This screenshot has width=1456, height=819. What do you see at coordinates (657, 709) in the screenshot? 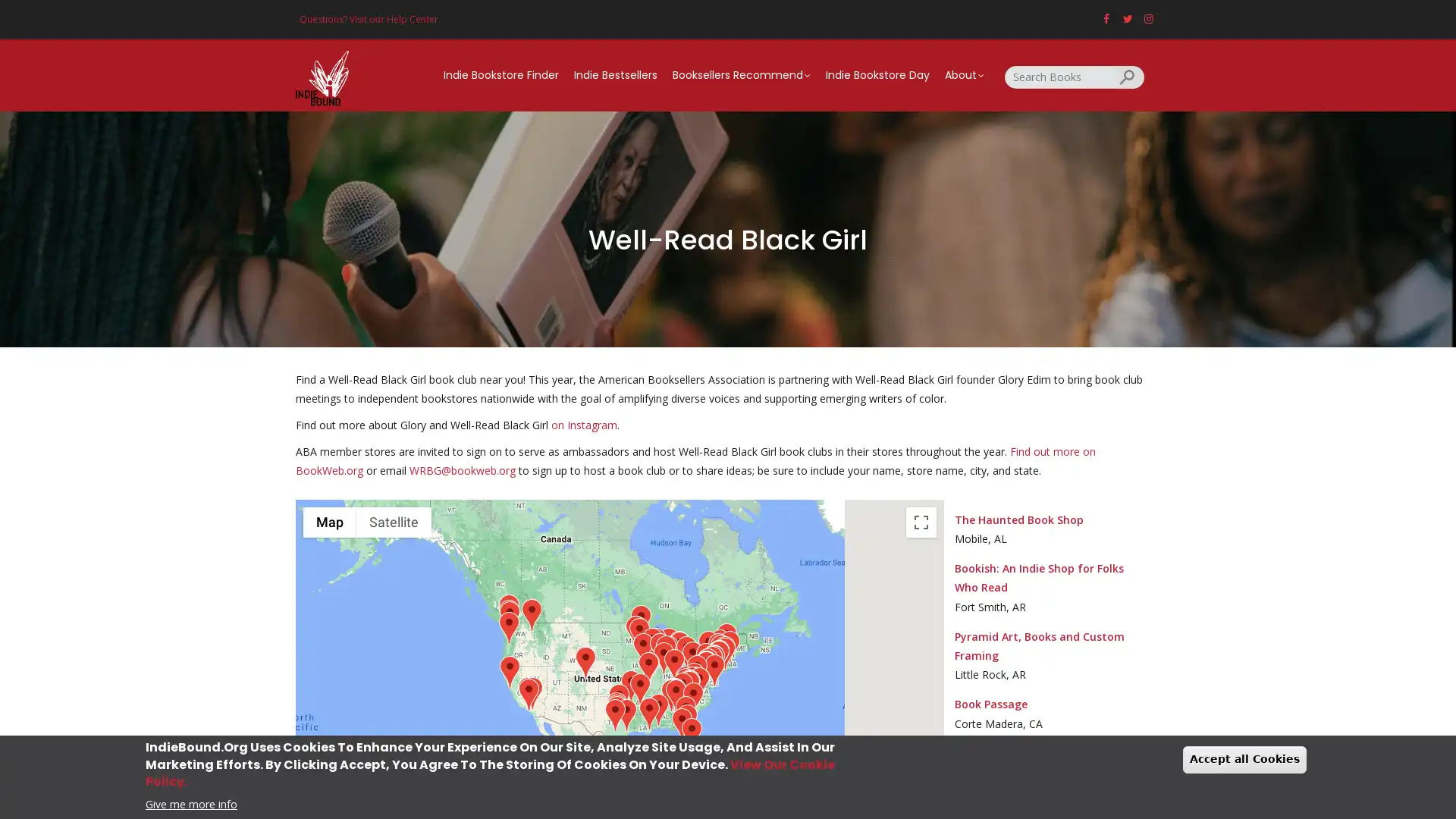
I see `The Haunted Book Shop` at bounding box center [657, 709].